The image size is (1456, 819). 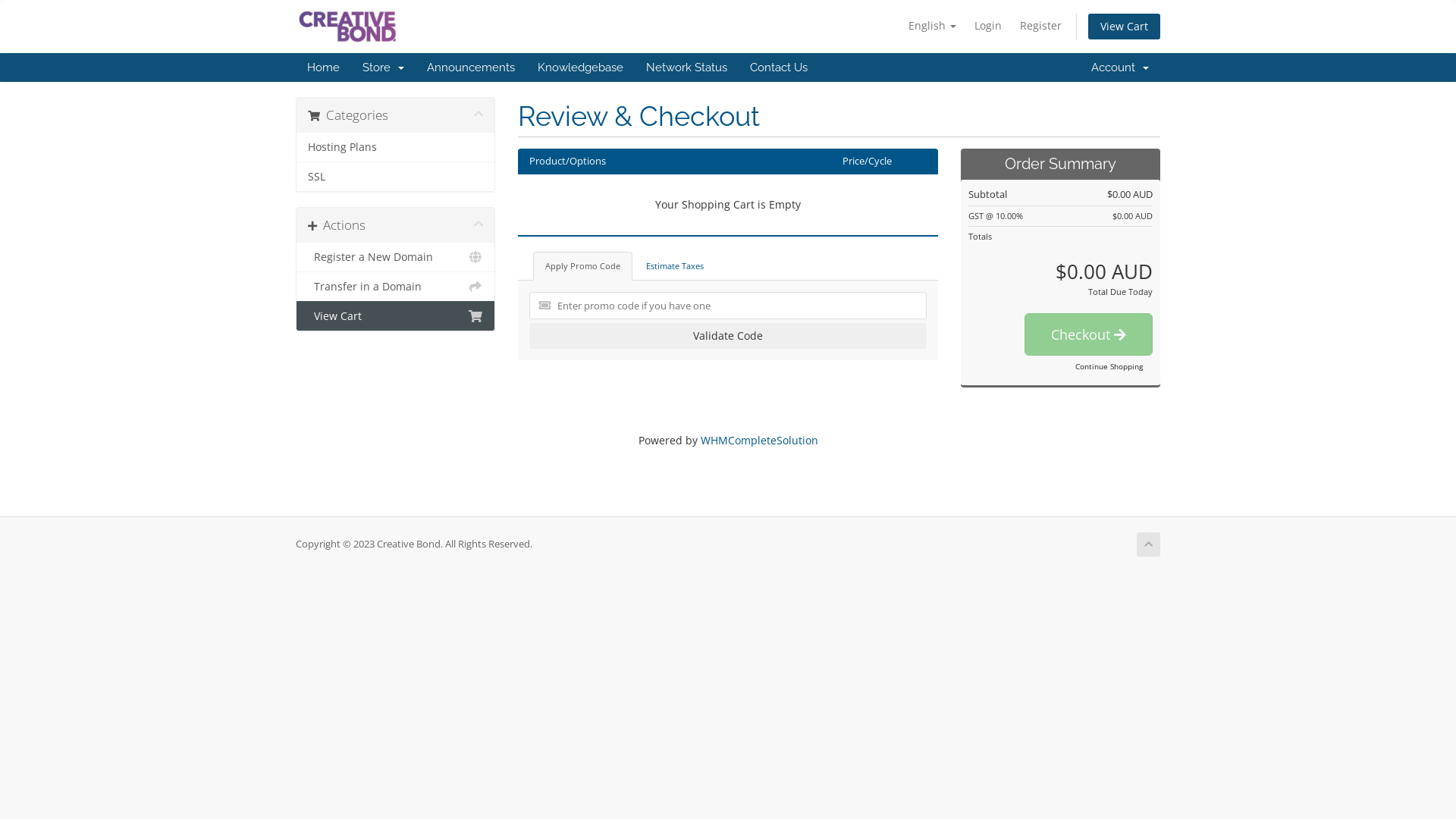 What do you see at coordinates (581, 265) in the screenshot?
I see `'Apply Promo Code'` at bounding box center [581, 265].